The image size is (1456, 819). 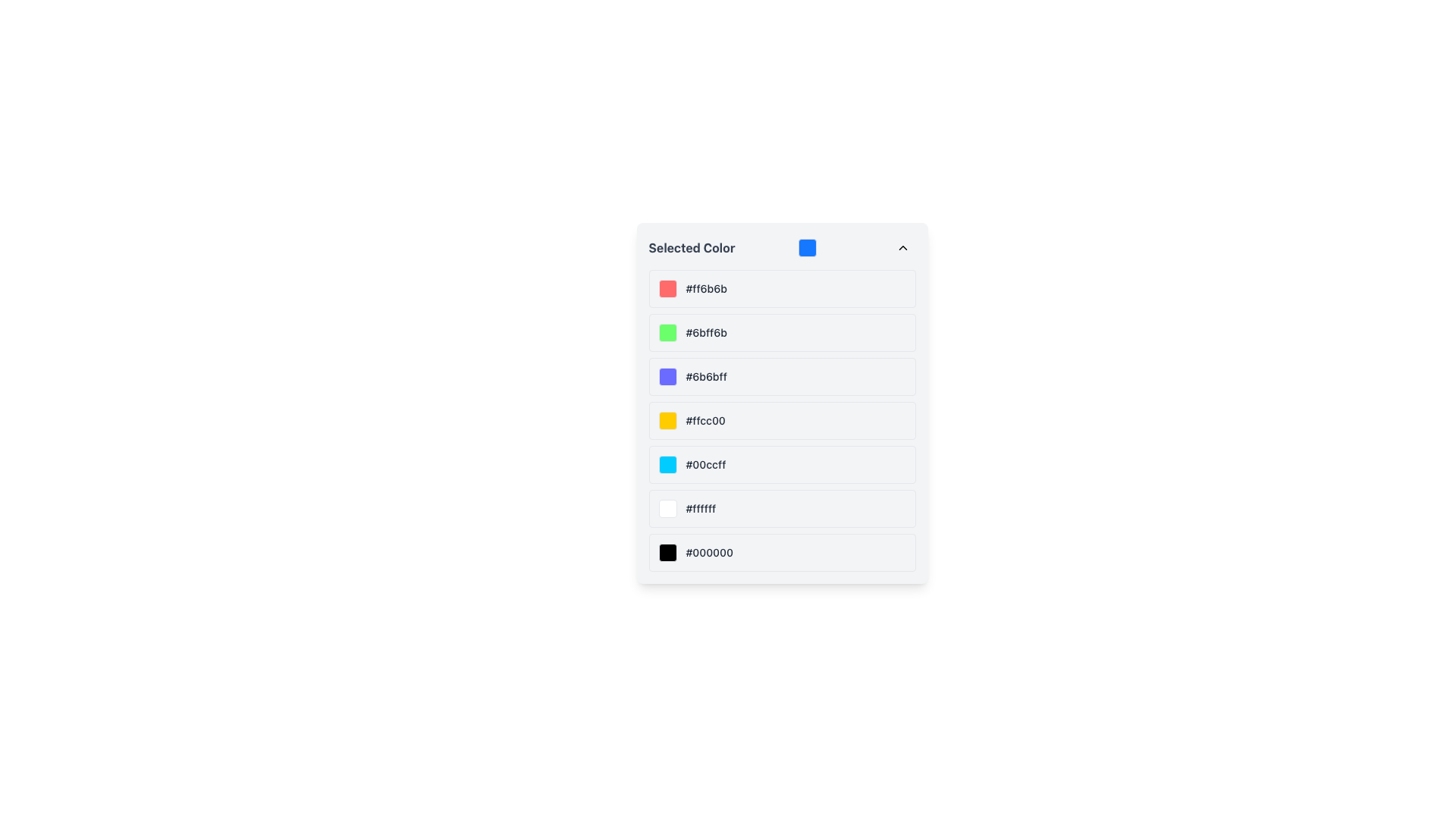 What do you see at coordinates (705, 376) in the screenshot?
I see `hexadecimal color code from the text label located to the right of the small purple square, which is the third item in the vertical list of selectable items` at bounding box center [705, 376].